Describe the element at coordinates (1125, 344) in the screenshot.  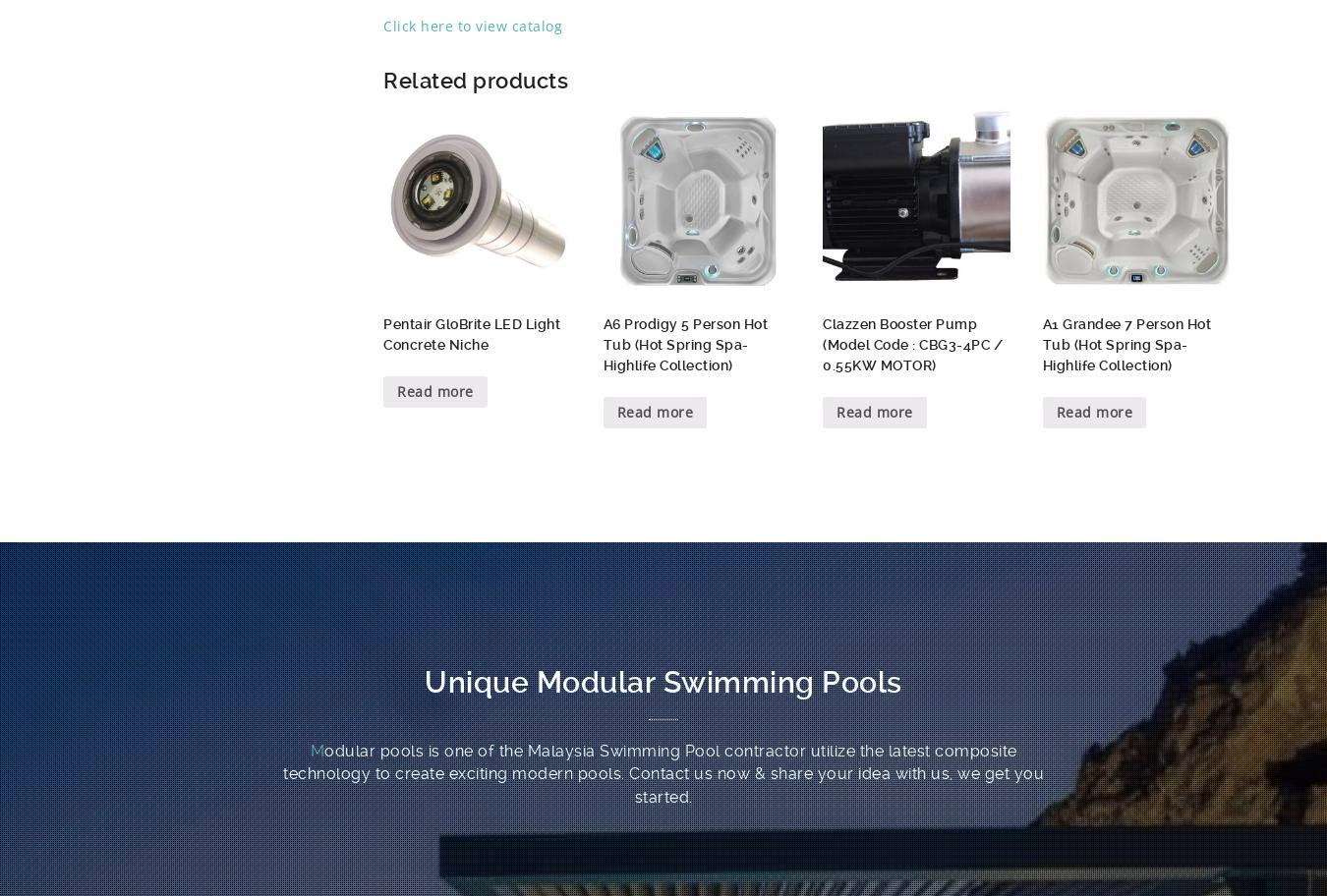
I see `'A1 Grandee 7 Person Hot Tub (Hot Spring Spa- Highlife Collection)'` at that location.